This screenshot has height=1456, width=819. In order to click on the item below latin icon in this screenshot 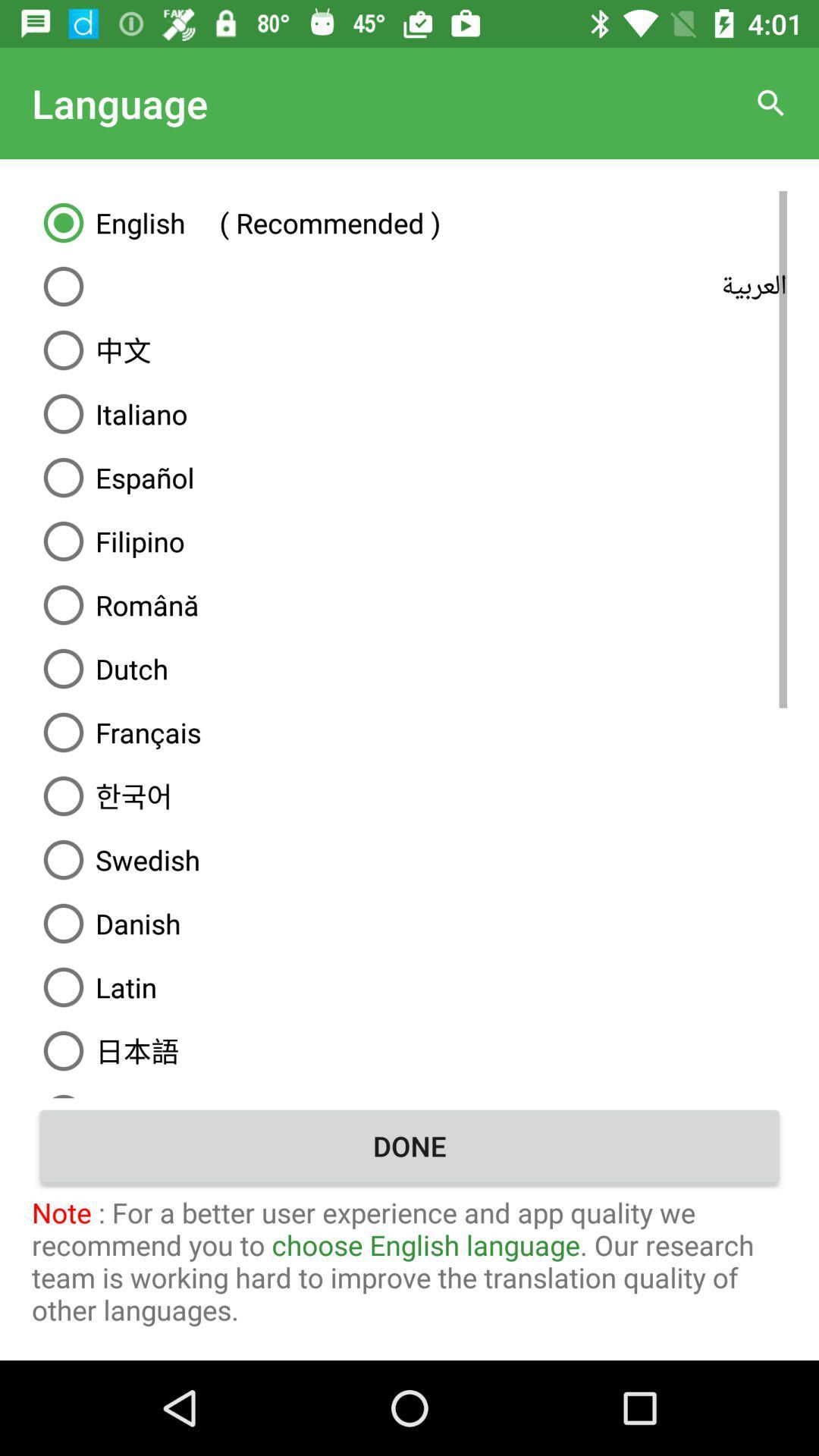, I will do `click(409, 1050)`.